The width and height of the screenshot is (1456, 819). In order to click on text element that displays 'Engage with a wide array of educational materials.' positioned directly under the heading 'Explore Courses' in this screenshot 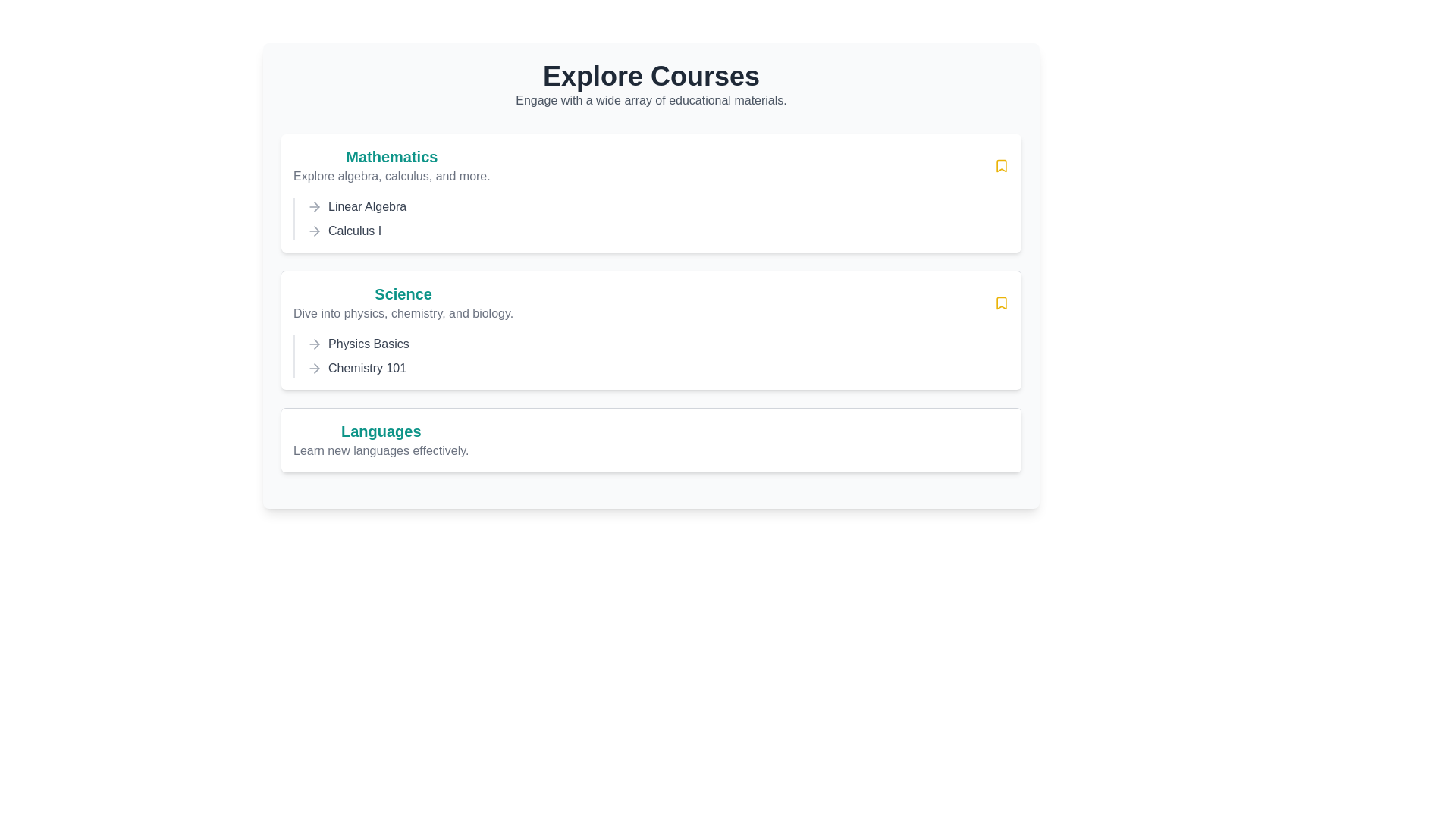, I will do `click(651, 100)`.